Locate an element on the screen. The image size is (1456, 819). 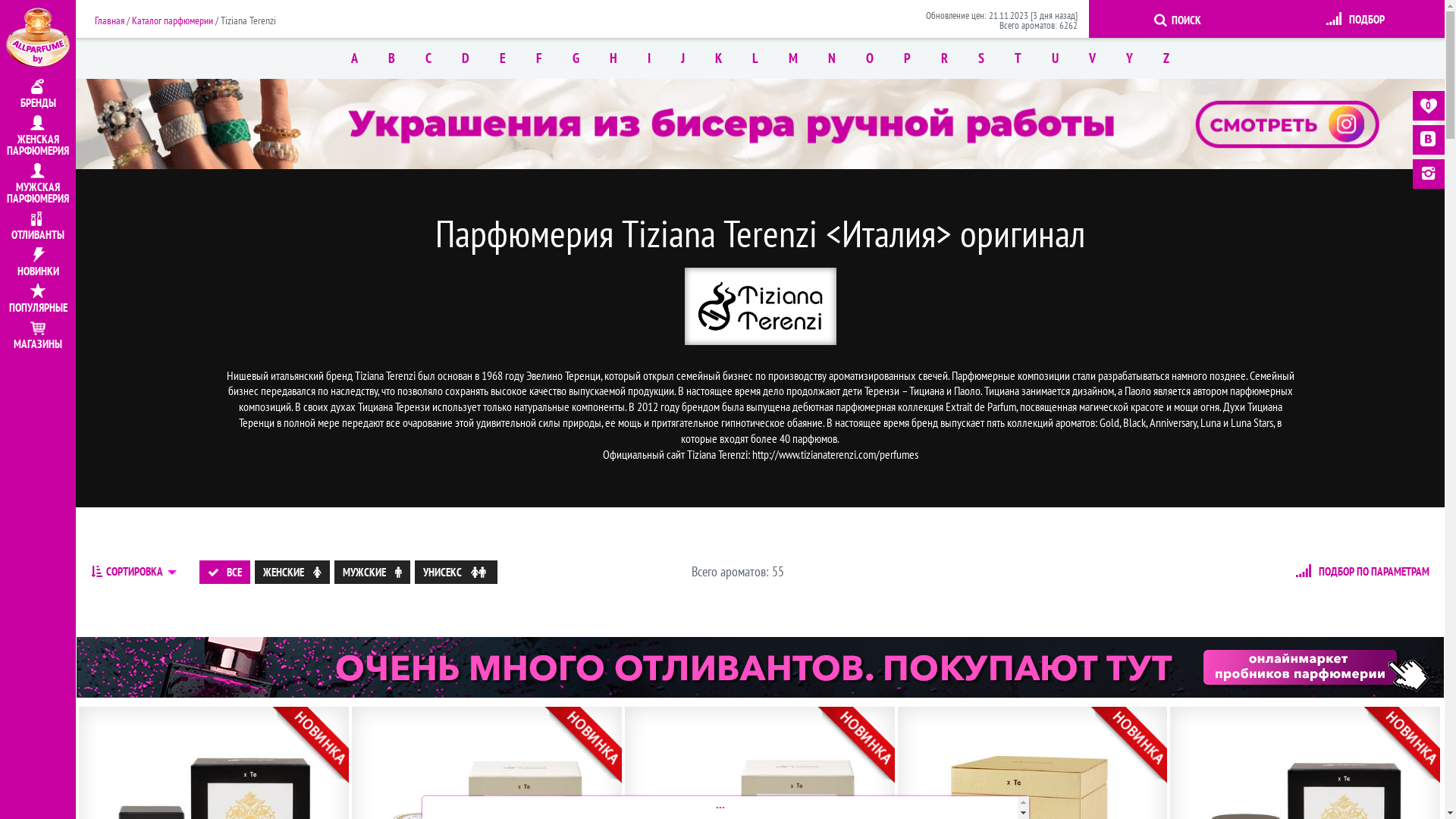
'U' is located at coordinates (1054, 58).